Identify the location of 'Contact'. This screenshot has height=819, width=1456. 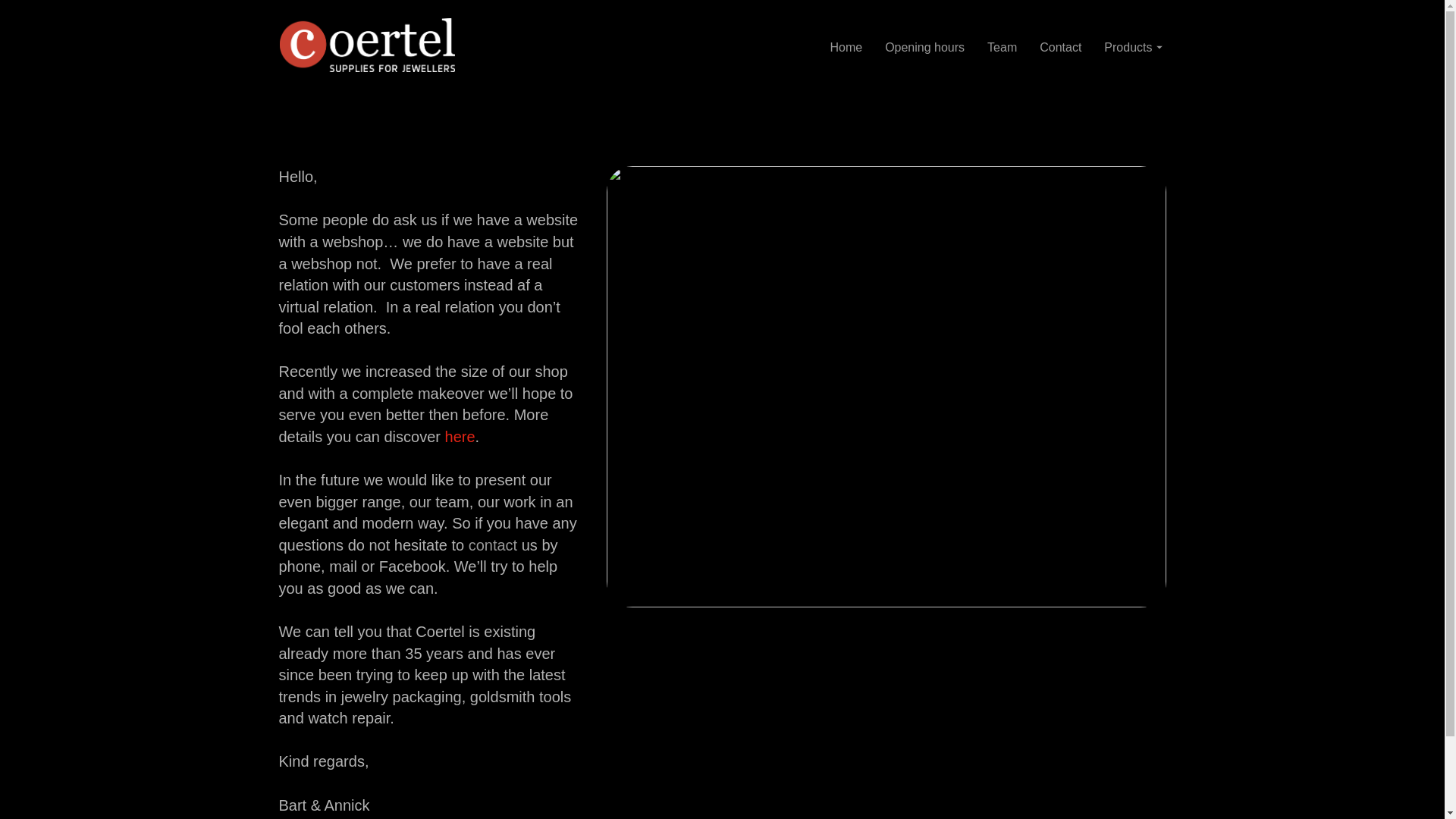
(1028, 45).